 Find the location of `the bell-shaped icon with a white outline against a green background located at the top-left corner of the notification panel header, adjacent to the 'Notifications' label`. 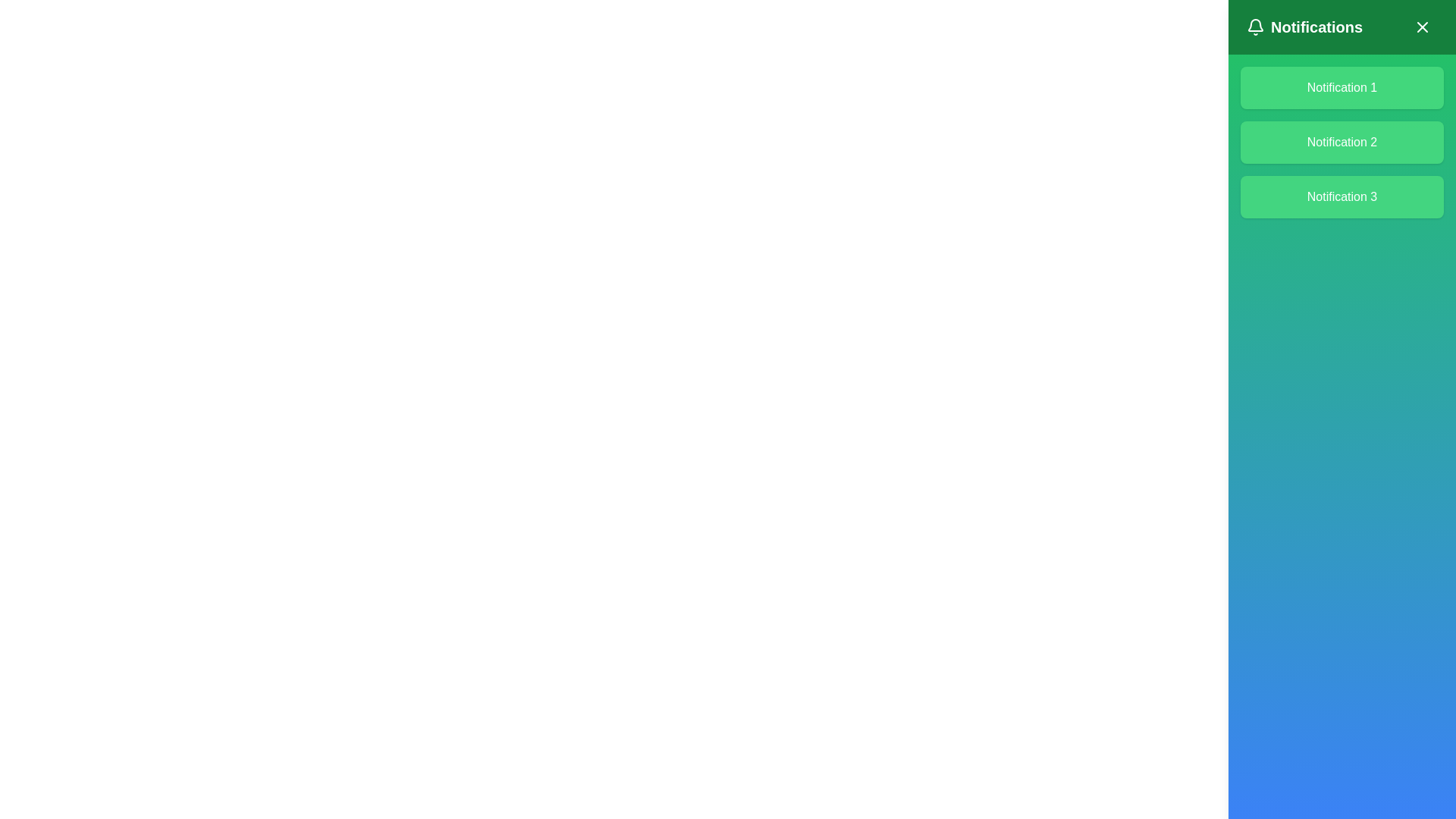

the bell-shaped icon with a white outline against a green background located at the top-left corner of the notification panel header, adjacent to the 'Notifications' label is located at coordinates (1256, 27).